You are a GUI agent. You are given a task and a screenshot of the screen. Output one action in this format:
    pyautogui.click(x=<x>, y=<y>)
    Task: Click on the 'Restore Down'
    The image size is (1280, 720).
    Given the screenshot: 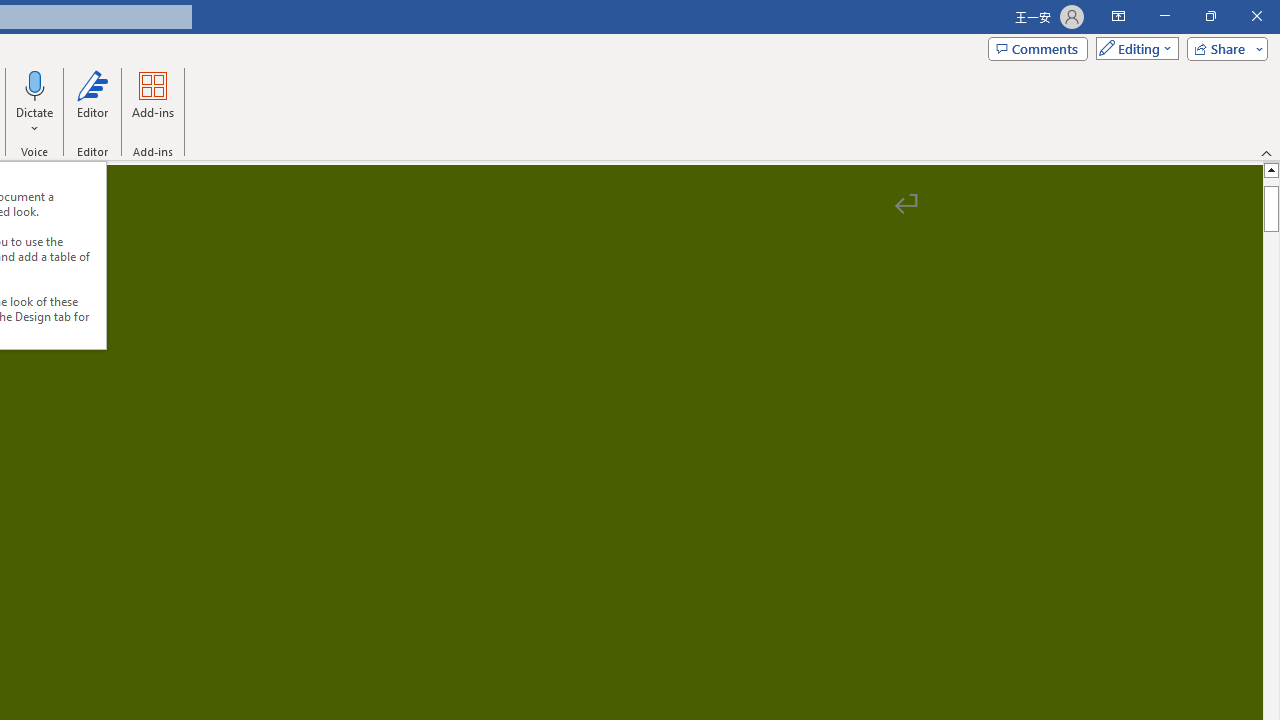 What is the action you would take?
    pyautogui.click(x=1209, y=16)
    